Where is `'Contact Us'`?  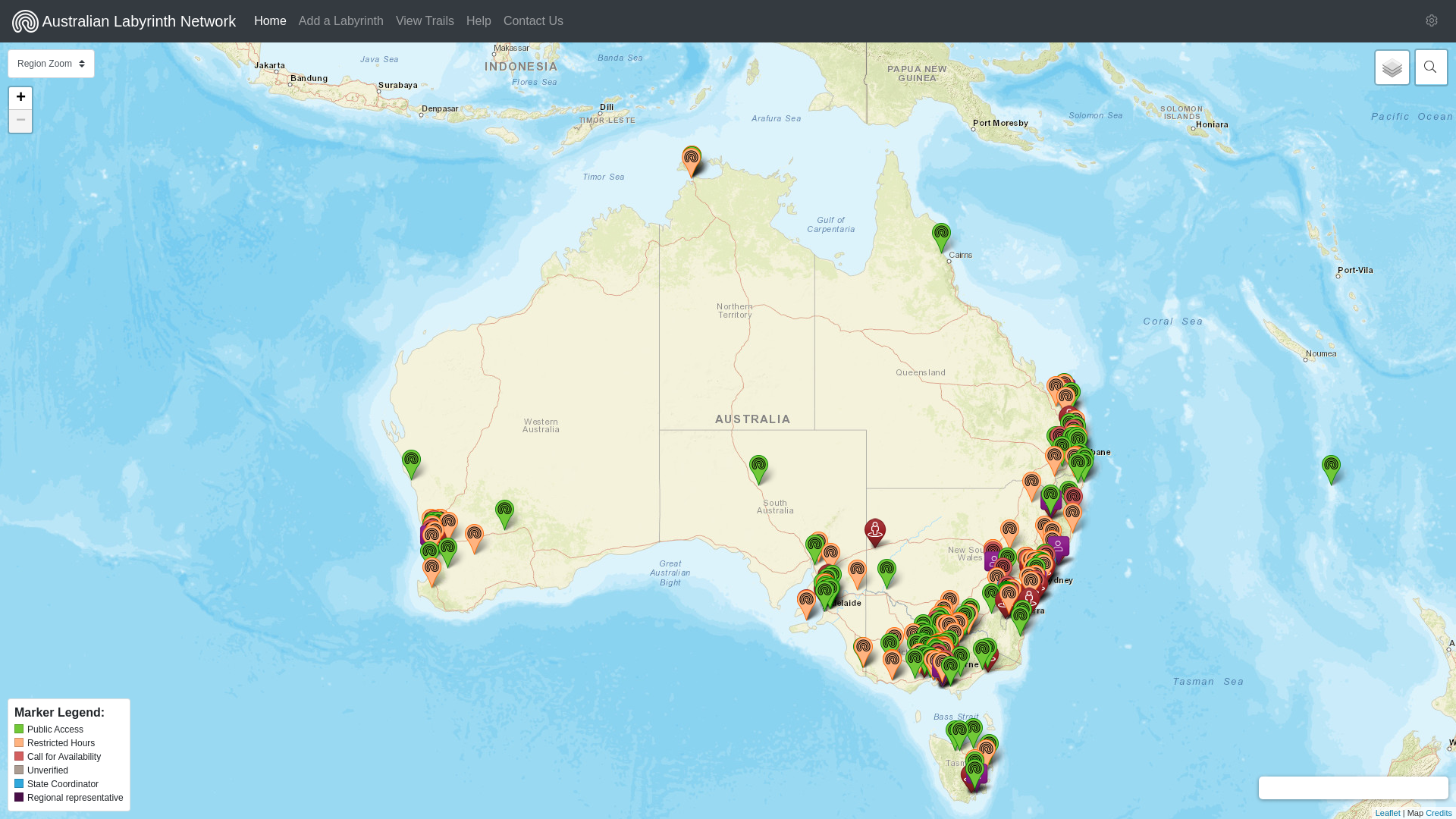 'Contact Us' is located at coordinates (533, 20).